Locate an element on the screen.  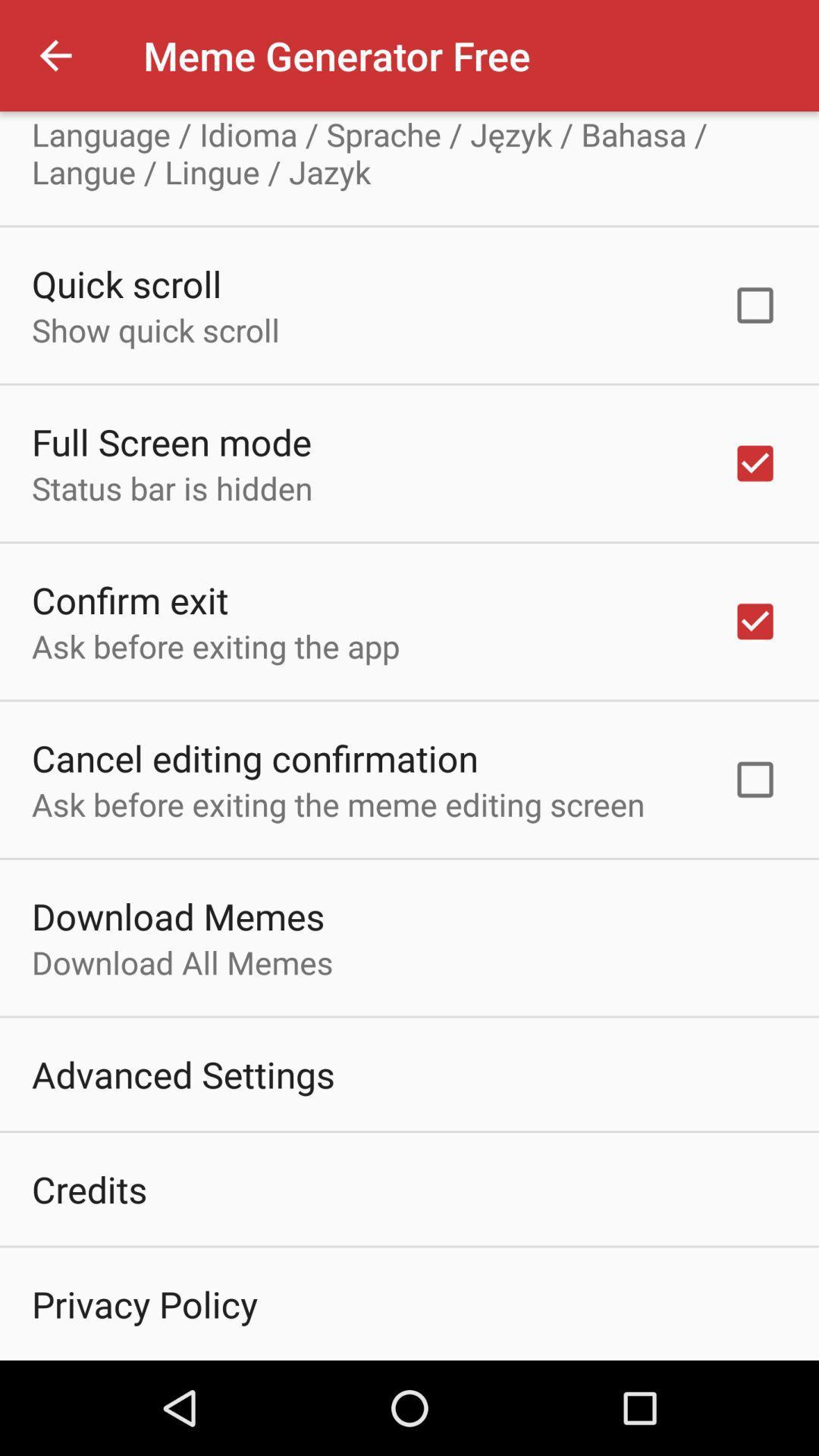
item above language idioma sprache is located at coordinates (161, 111).